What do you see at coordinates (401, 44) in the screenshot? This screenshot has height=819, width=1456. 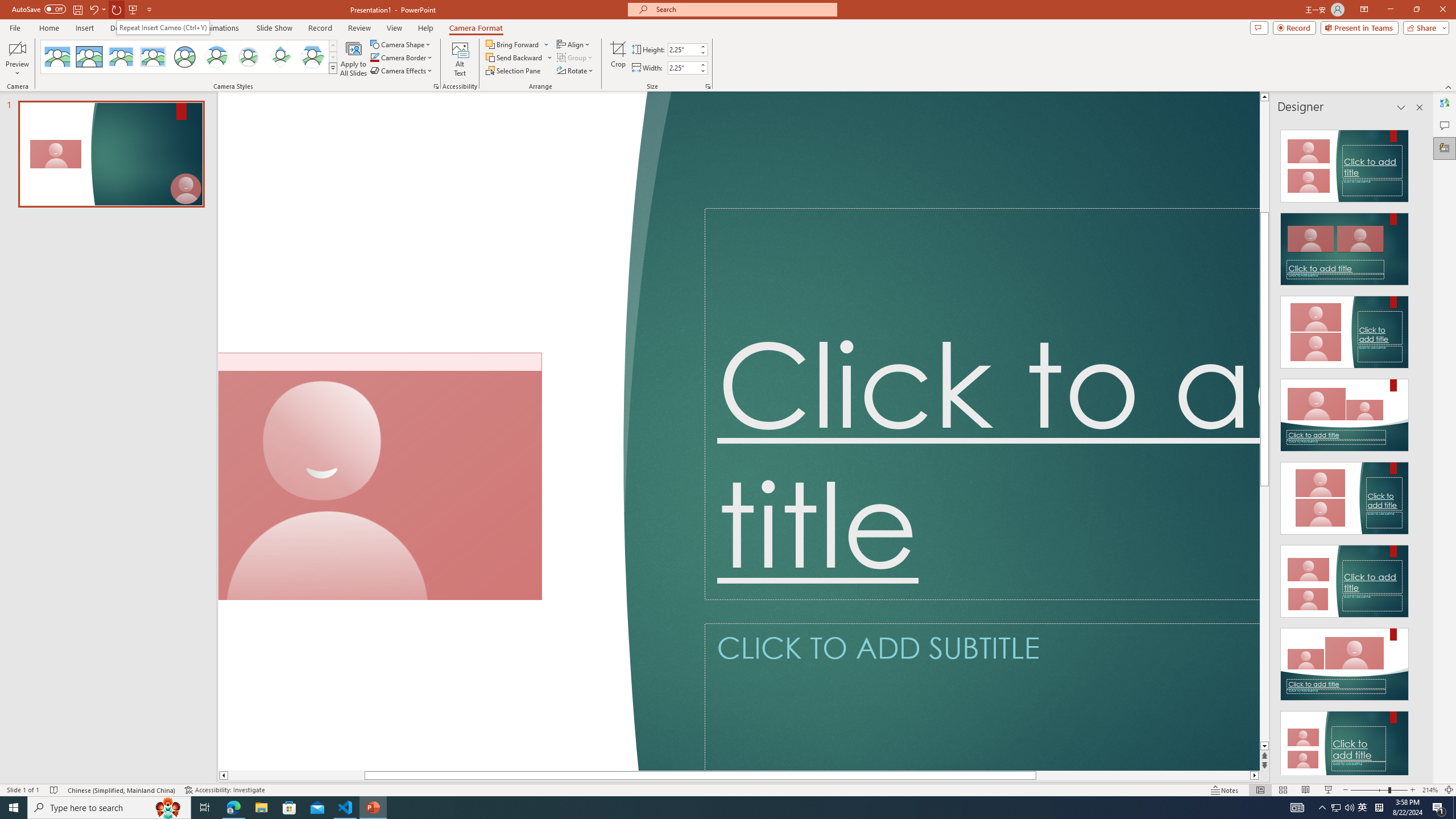 I see `'Camera Shape'` at bounding box center [401, 44].